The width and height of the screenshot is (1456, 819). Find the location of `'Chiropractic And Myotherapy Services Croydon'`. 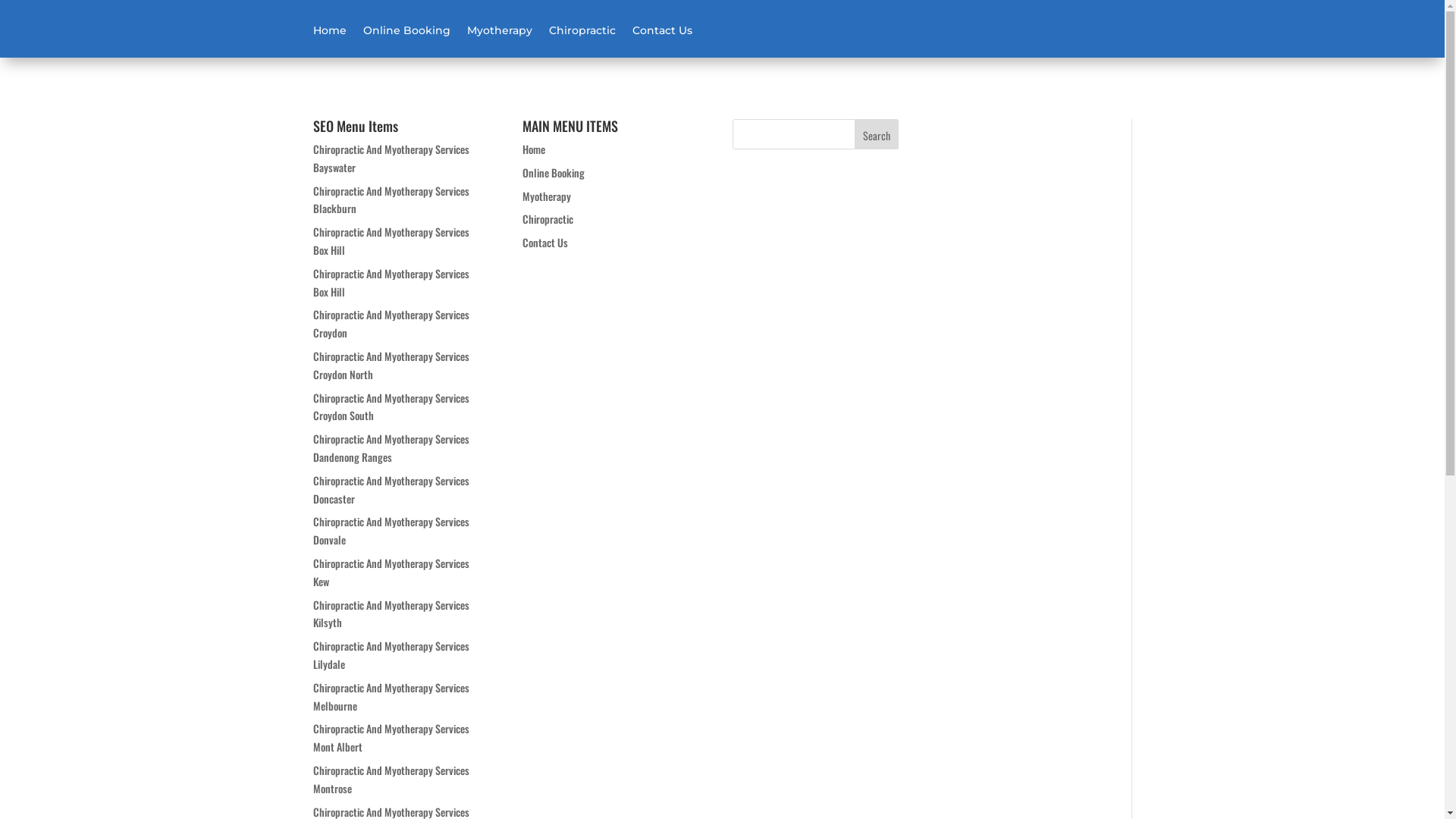

'Chiropractic And Myotherapy Services Croydon' is located at coordinates (390, 322).